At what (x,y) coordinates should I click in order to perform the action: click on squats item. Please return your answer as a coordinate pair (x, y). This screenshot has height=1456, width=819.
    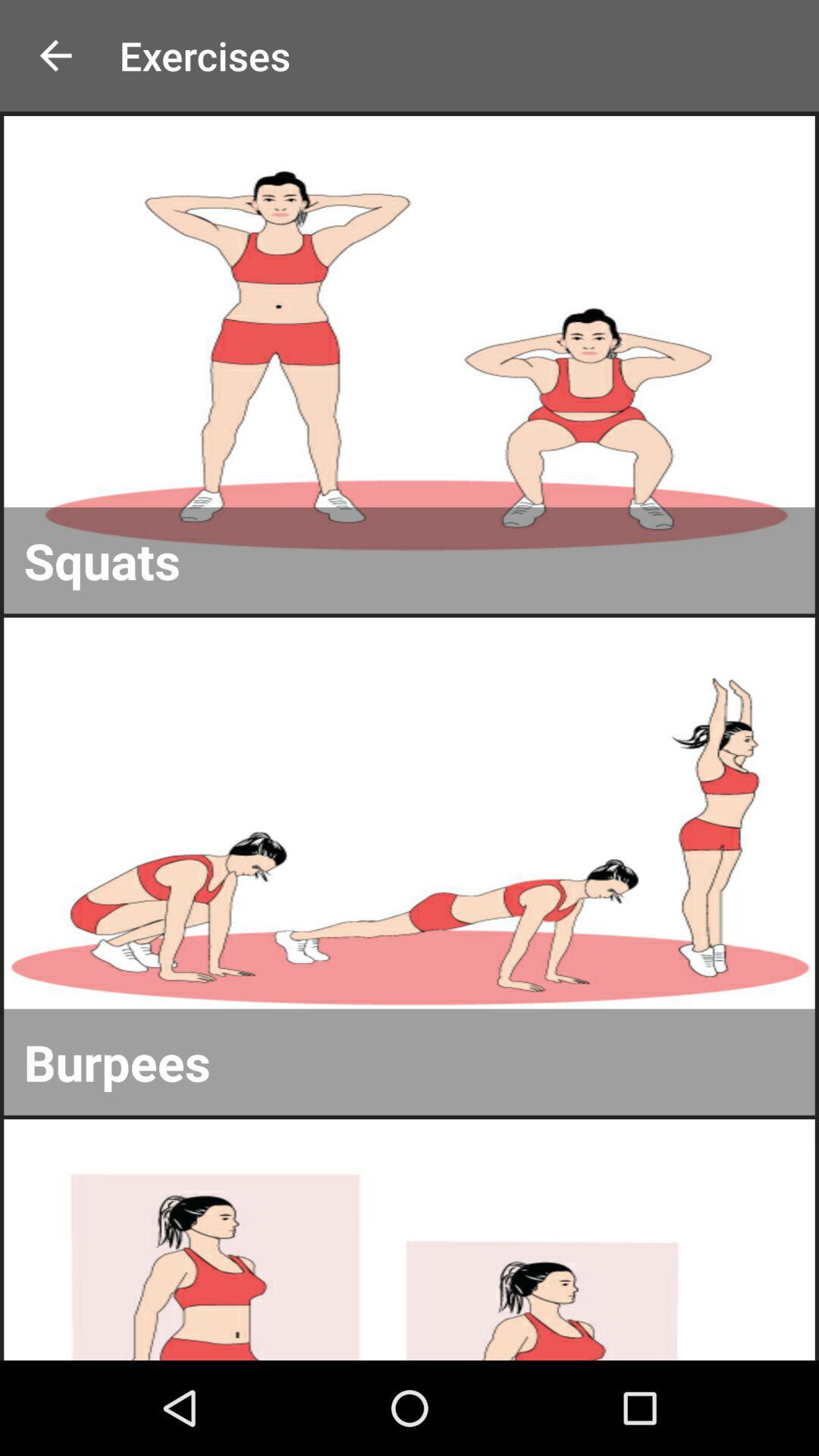
    Looking at the image, I should click on (409, 560).